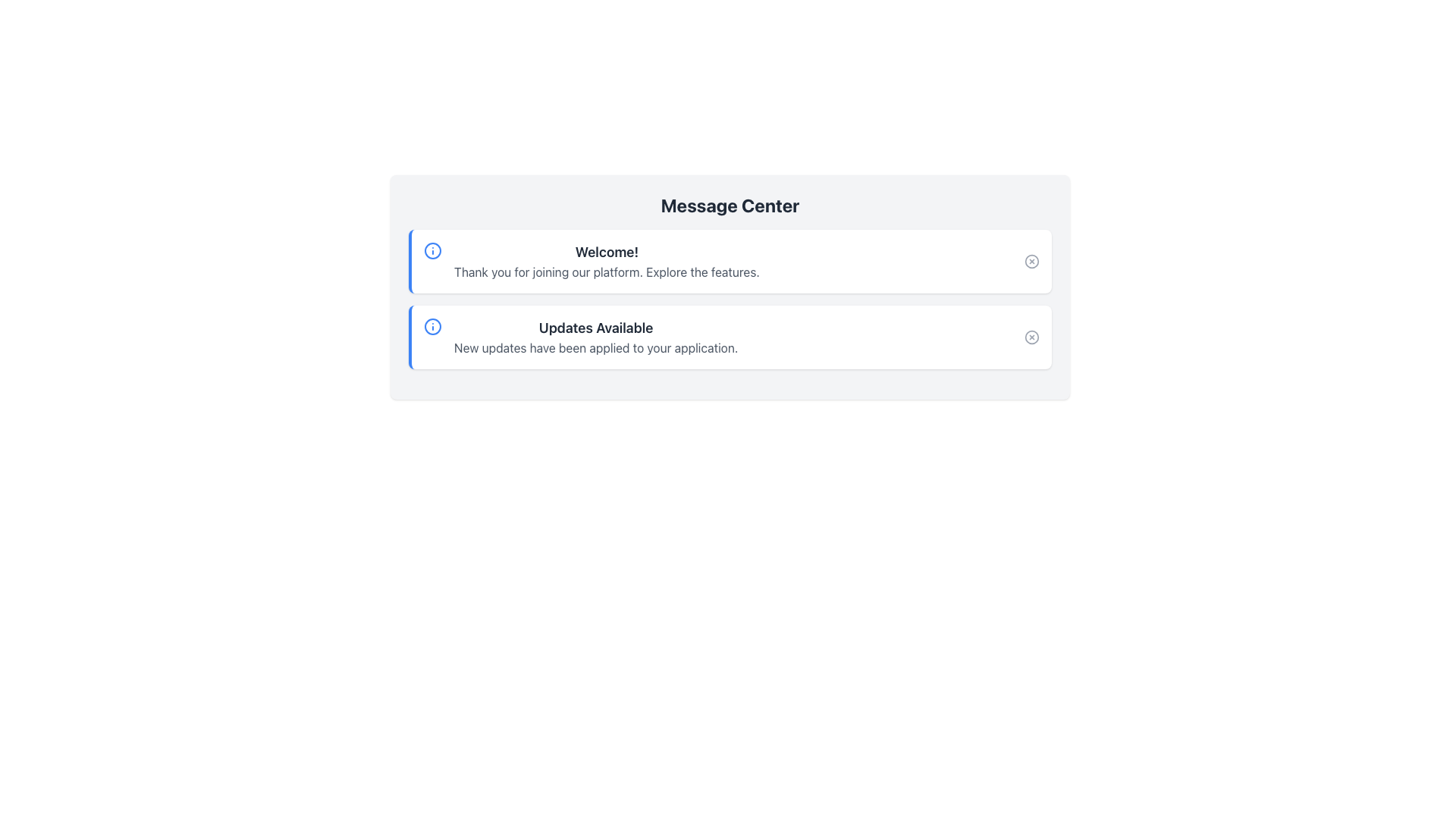 The width and height of the screenshot is (1456, 819). Describe the element at coordinates (1031, 260) in the screenshot. I see `the circular close button with a gray border located at the top-right corner of the 'Welcome!' message box` at that location.